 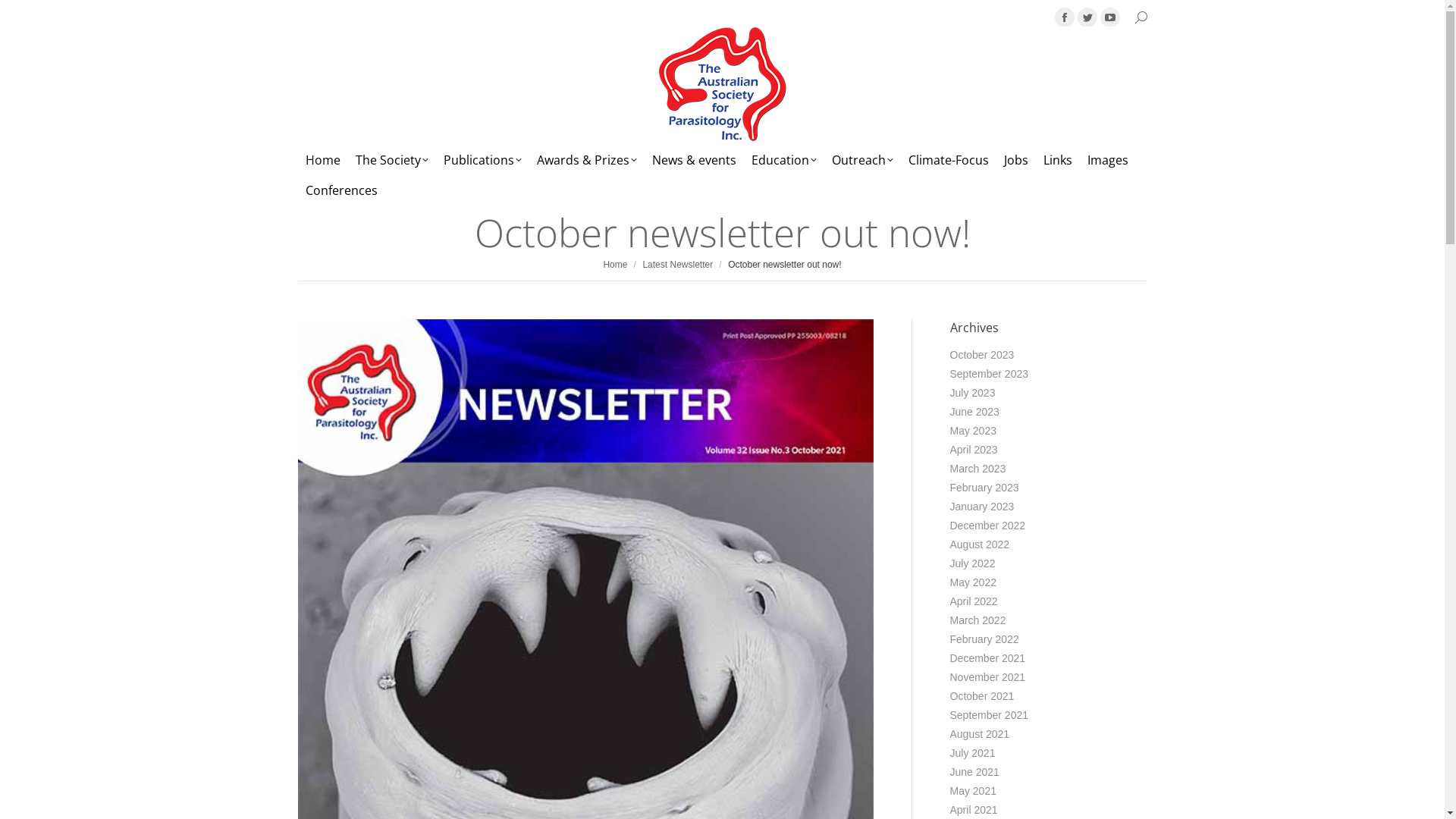 I want to click on 'March 2023', so click(x=977, y=467).